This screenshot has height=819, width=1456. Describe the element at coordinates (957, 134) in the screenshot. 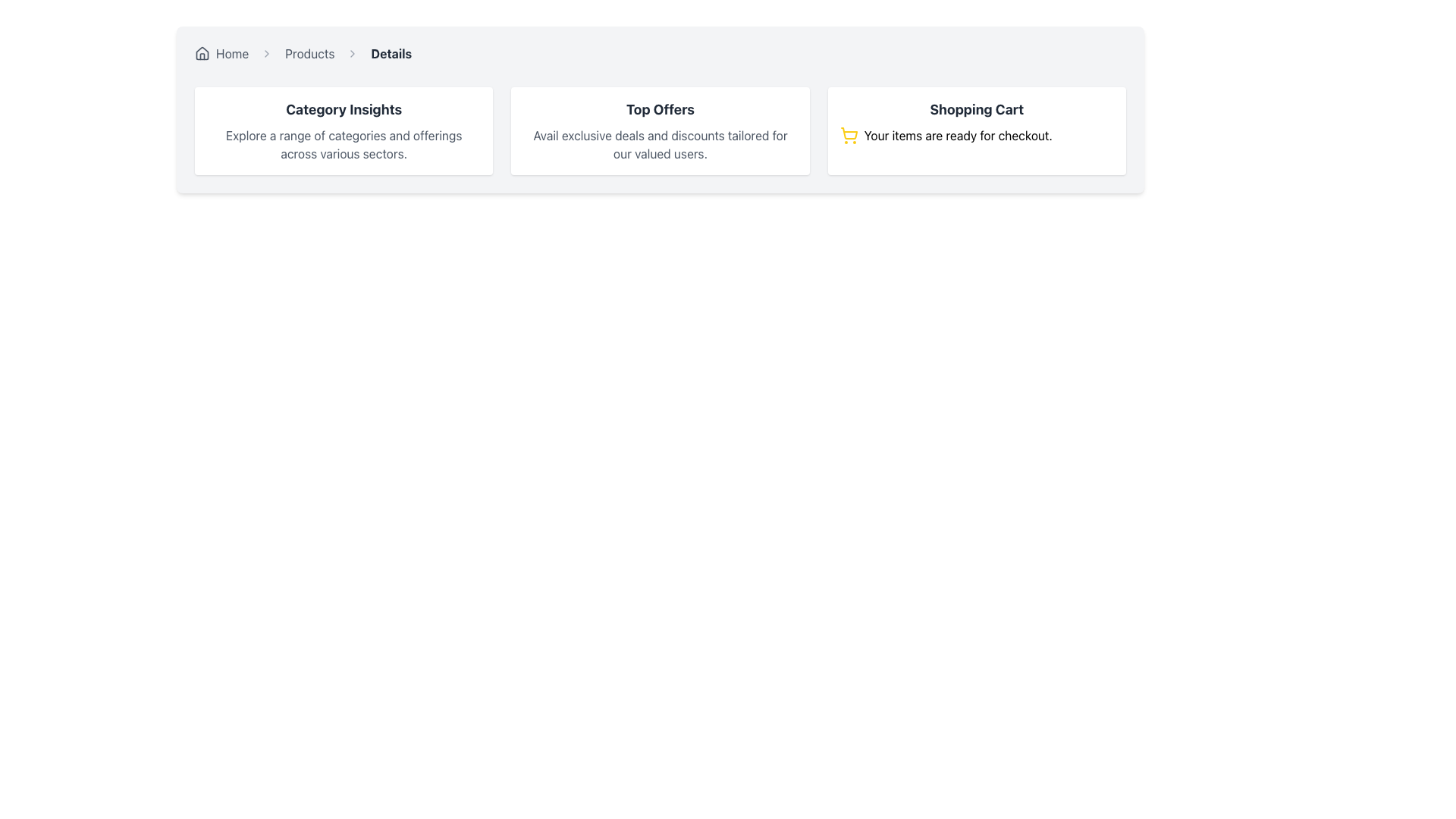

I see `the text element displaying 'Your items are ready for checkout.' located in the 'Shopping Cart' section, positioned to the right of the yellow shopping cart icon` at that location.